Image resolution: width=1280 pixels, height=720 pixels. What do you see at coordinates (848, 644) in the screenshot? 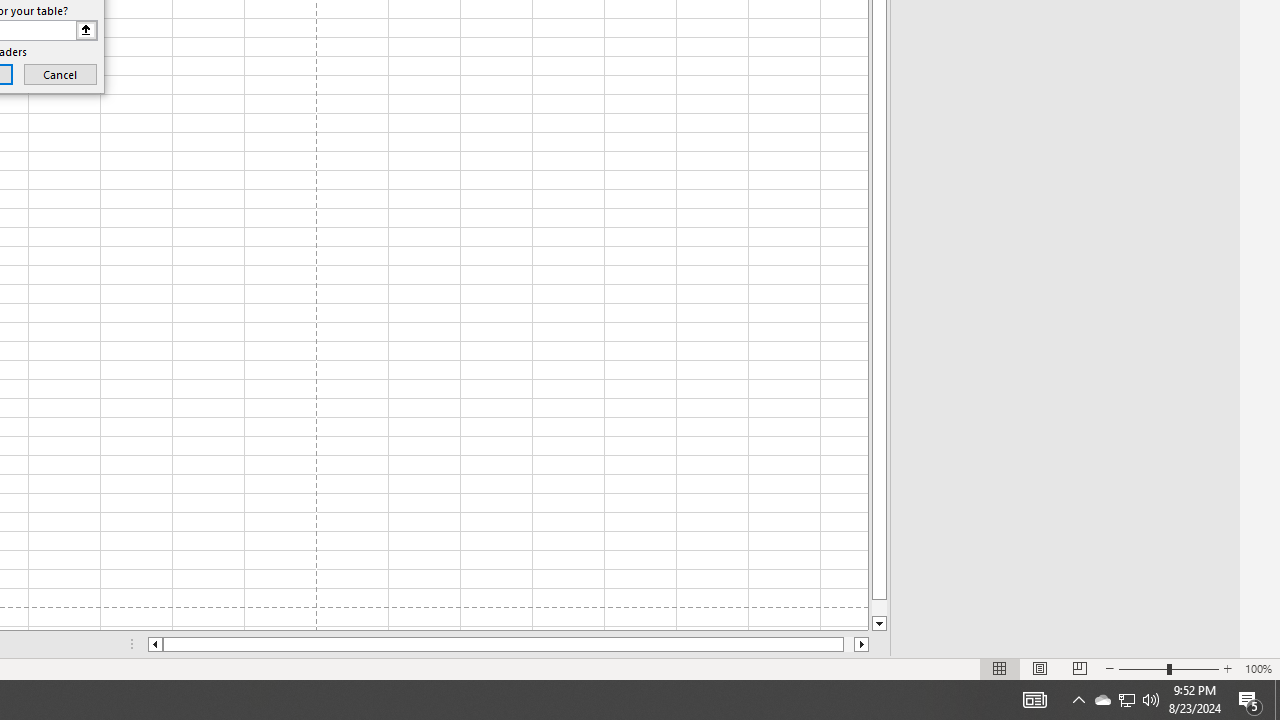
I see `'Page right'` at bounding box center [848, 644].